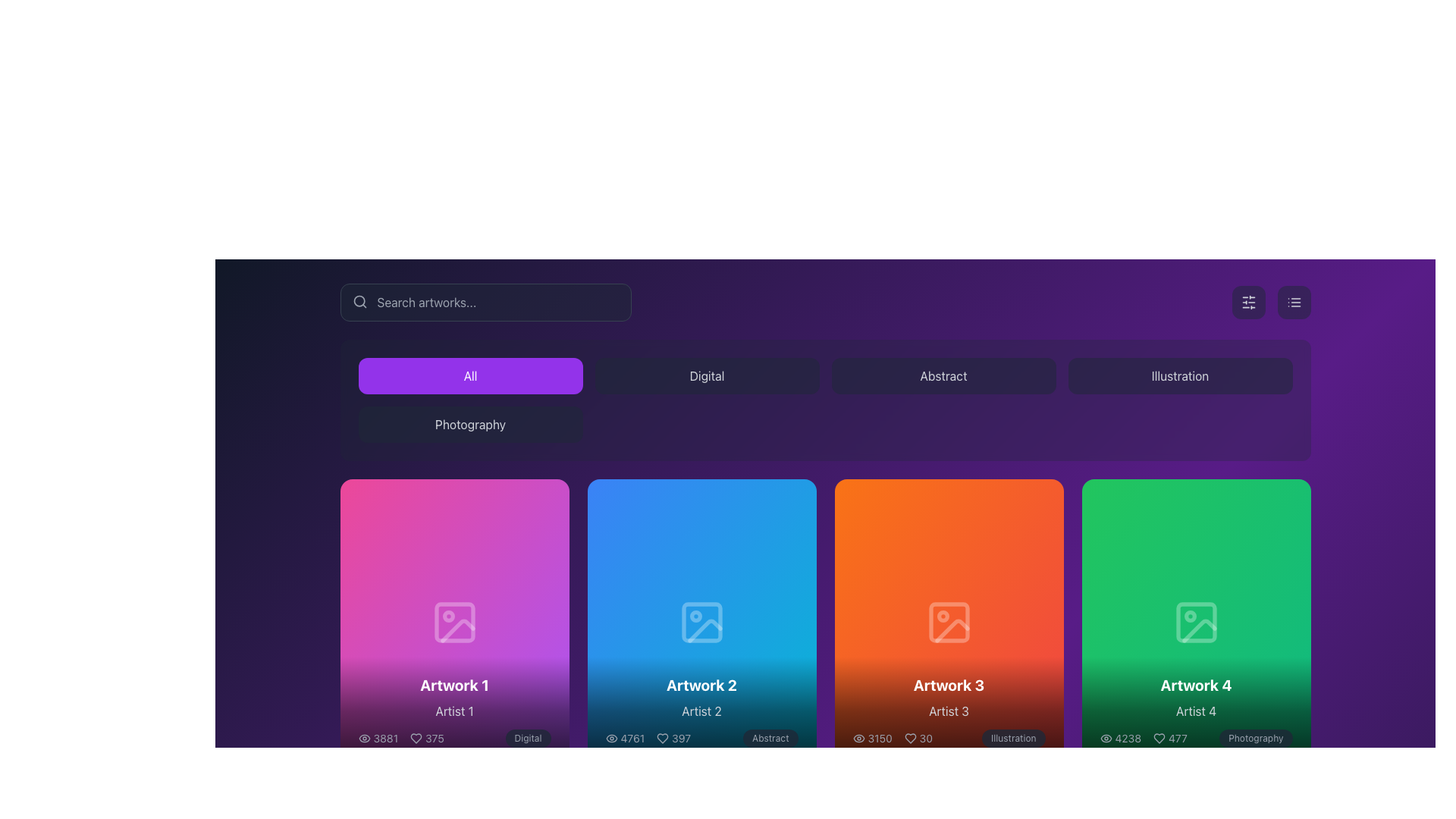  I want to click on text label displaying 'Artist 2' which is positioned below the title 'Artwork 2' in the card, so click(701, 711).